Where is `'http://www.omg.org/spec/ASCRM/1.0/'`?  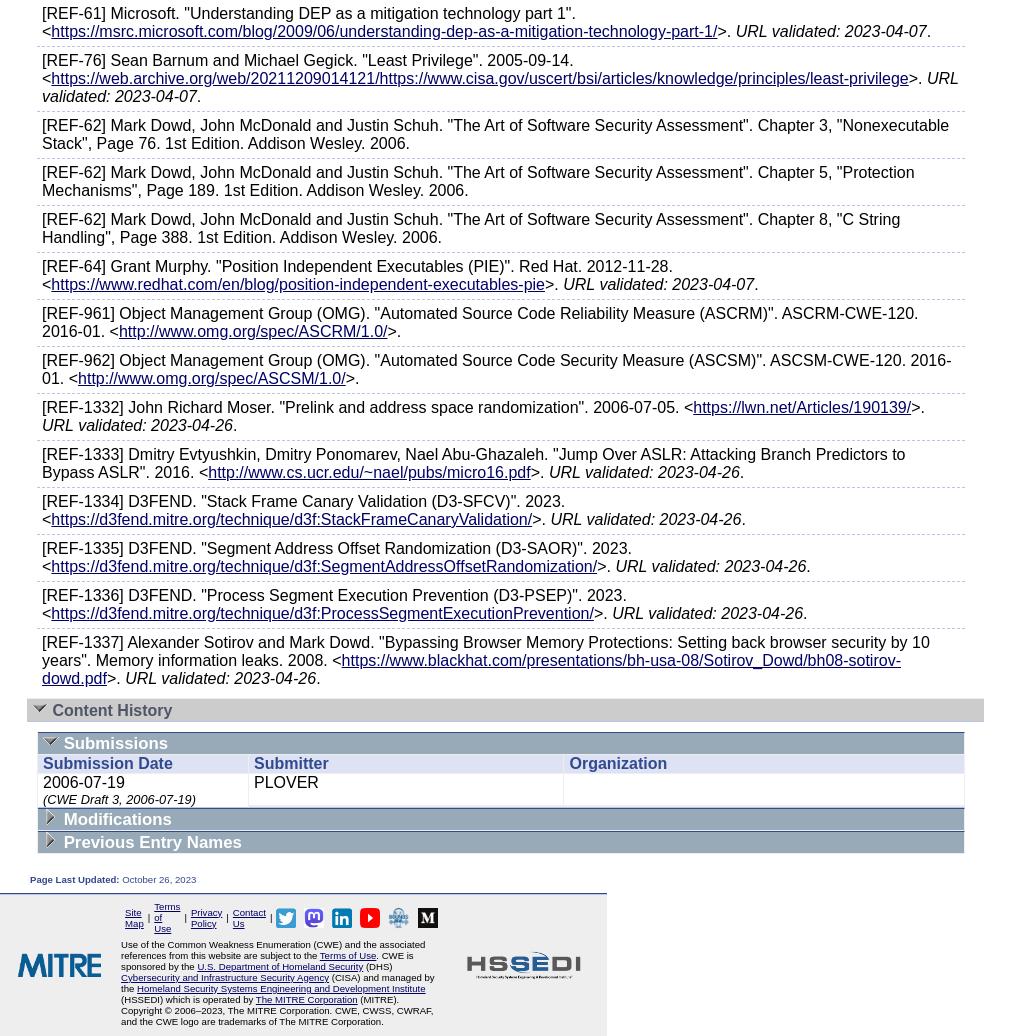
'http://www.omg.org/spec/ASCRM/1.0/' is located at coordinates (252, 331).